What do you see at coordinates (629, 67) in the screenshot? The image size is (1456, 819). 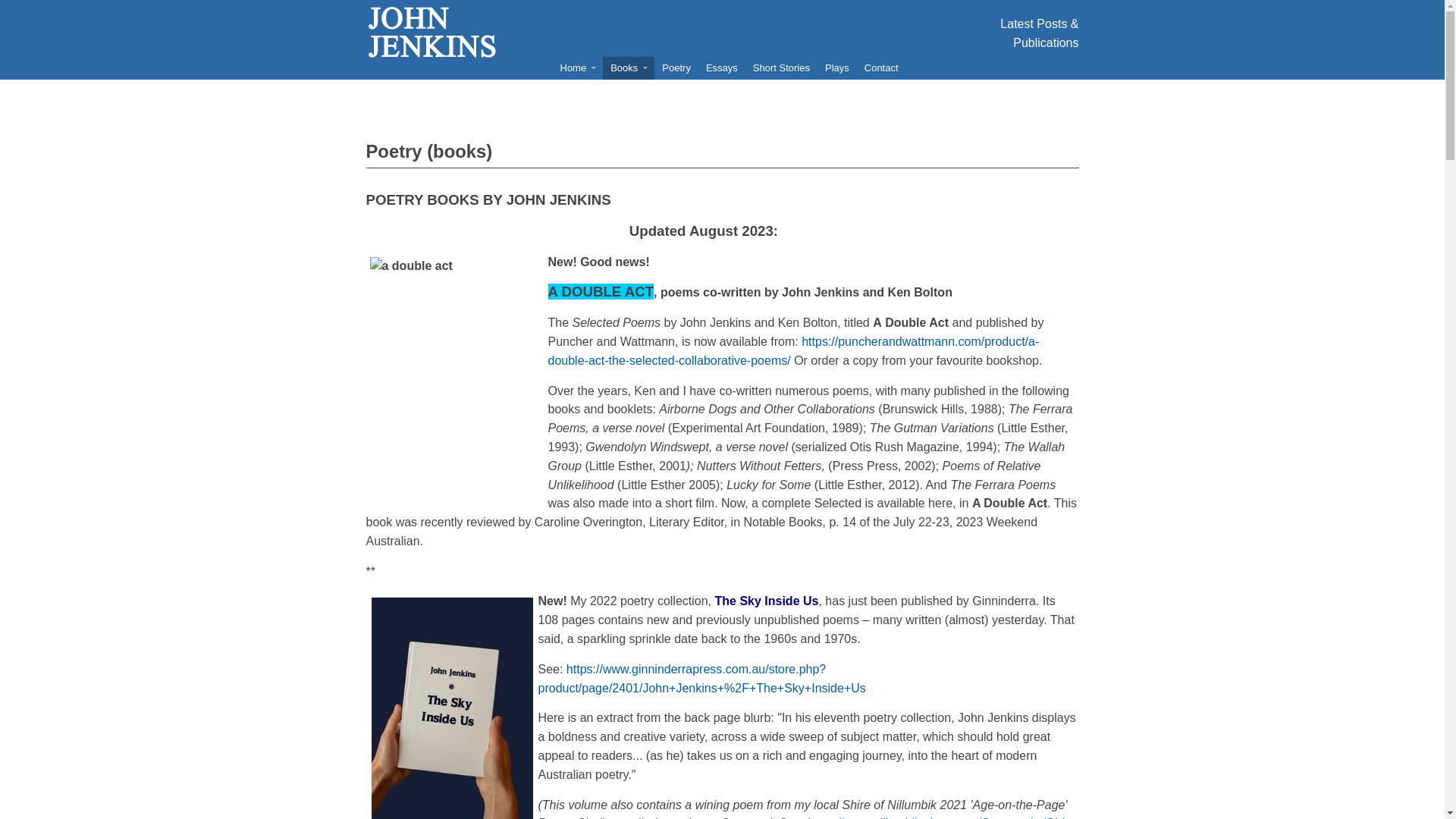 I see `'Books'` at bounding box center [629, 67].